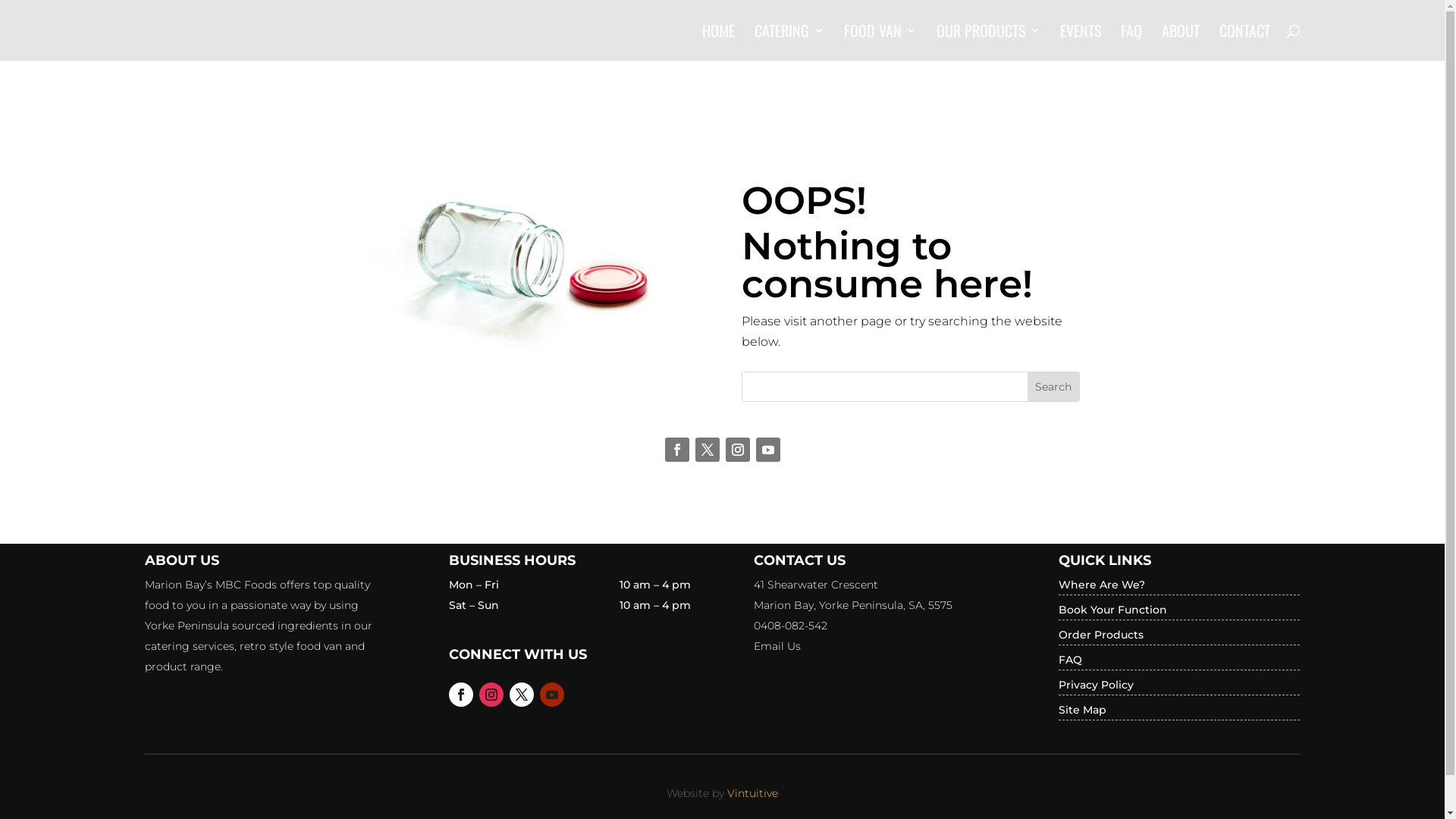 Image resolution: width=1456 pixels, height=819 pixels. I want to click on 'Follow on X', so click(521, 694).